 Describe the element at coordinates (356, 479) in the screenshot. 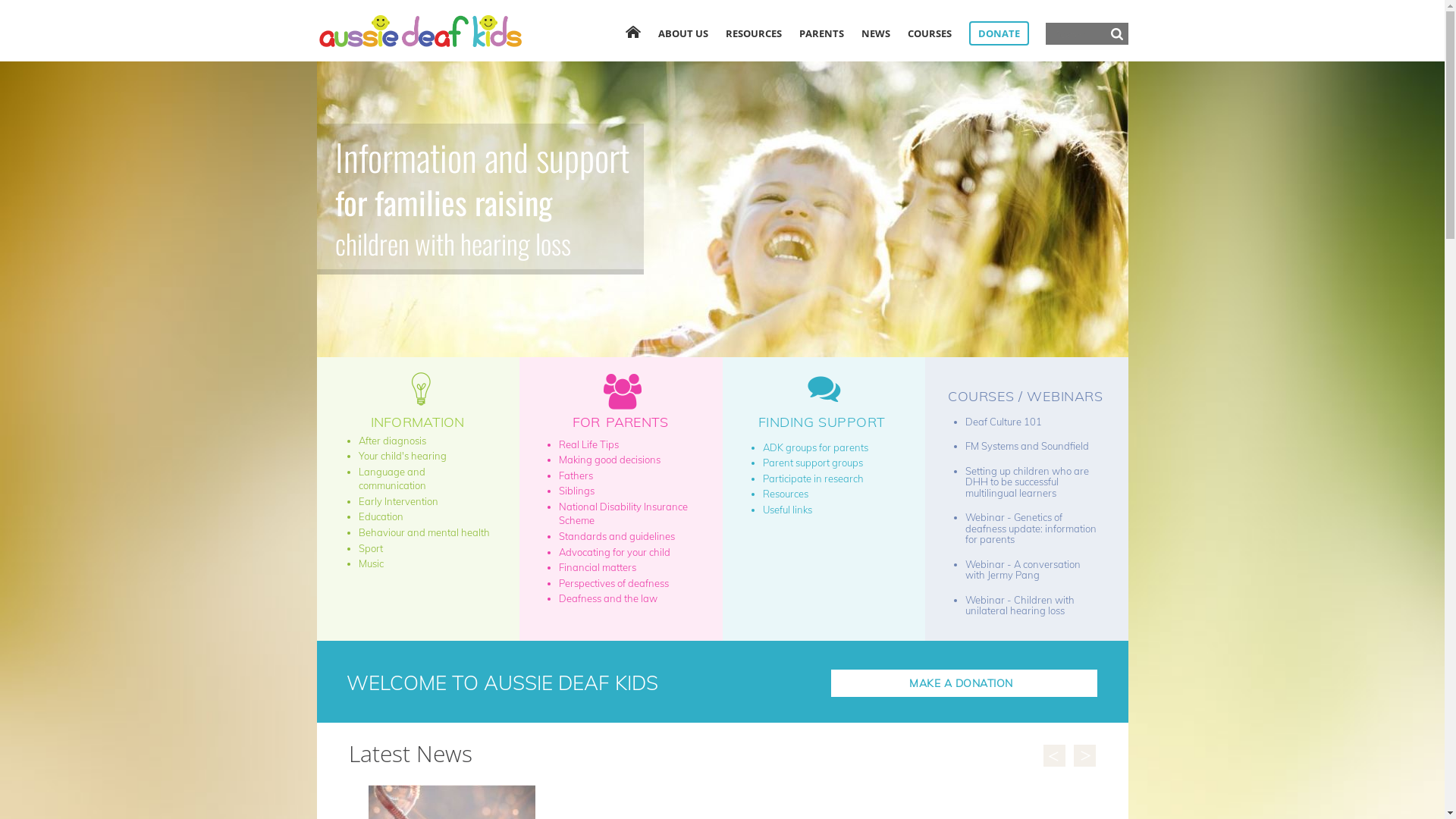

I see `'Language and communication'` at that location.